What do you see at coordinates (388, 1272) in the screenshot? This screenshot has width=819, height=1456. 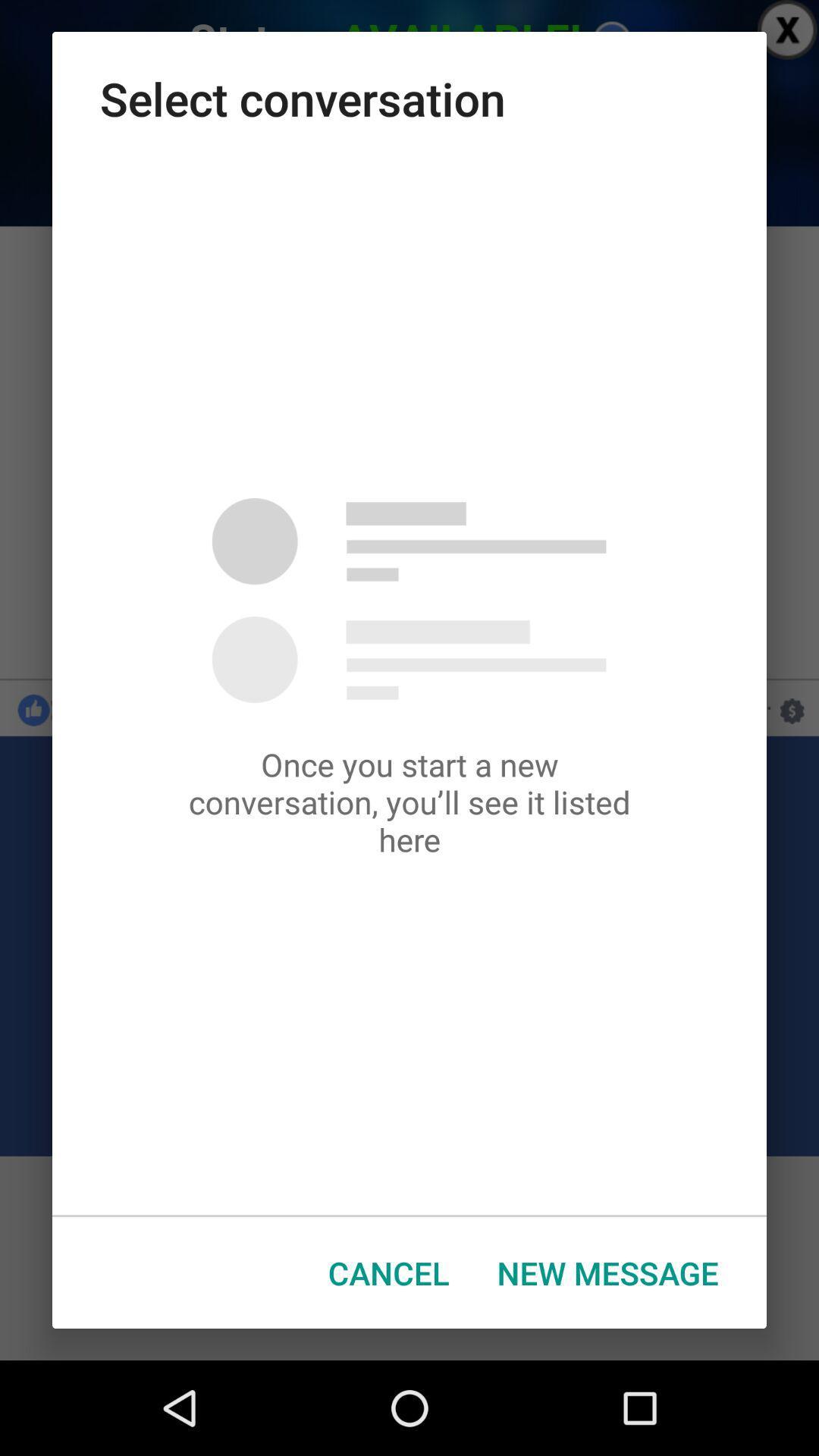 I see `item next to new message item` at bounding box center [388, 1272].